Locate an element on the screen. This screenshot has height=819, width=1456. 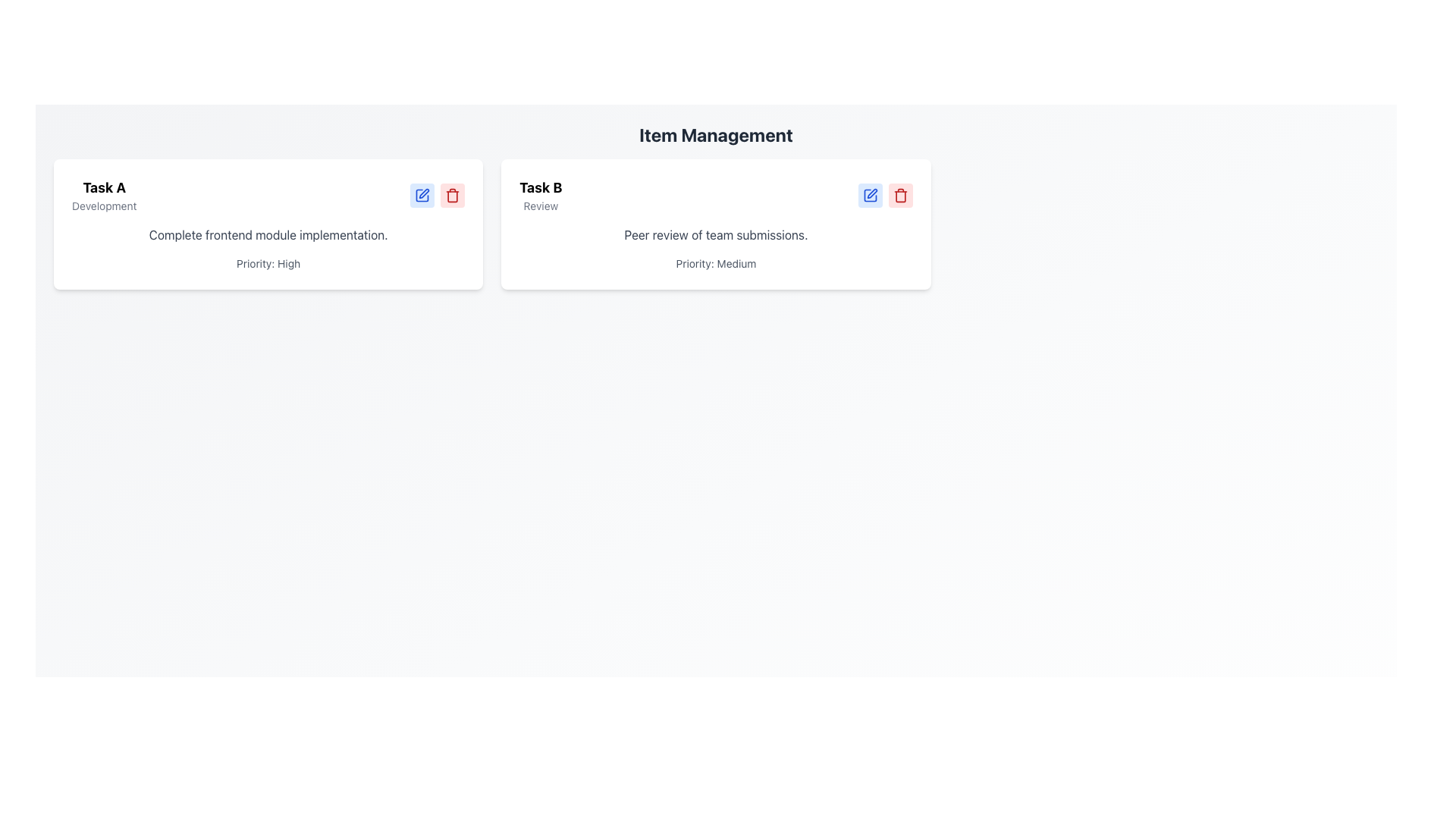
the pen component of the edit icon within the edit button on the right side of 'Task B' is located at coordinates (424, 193).